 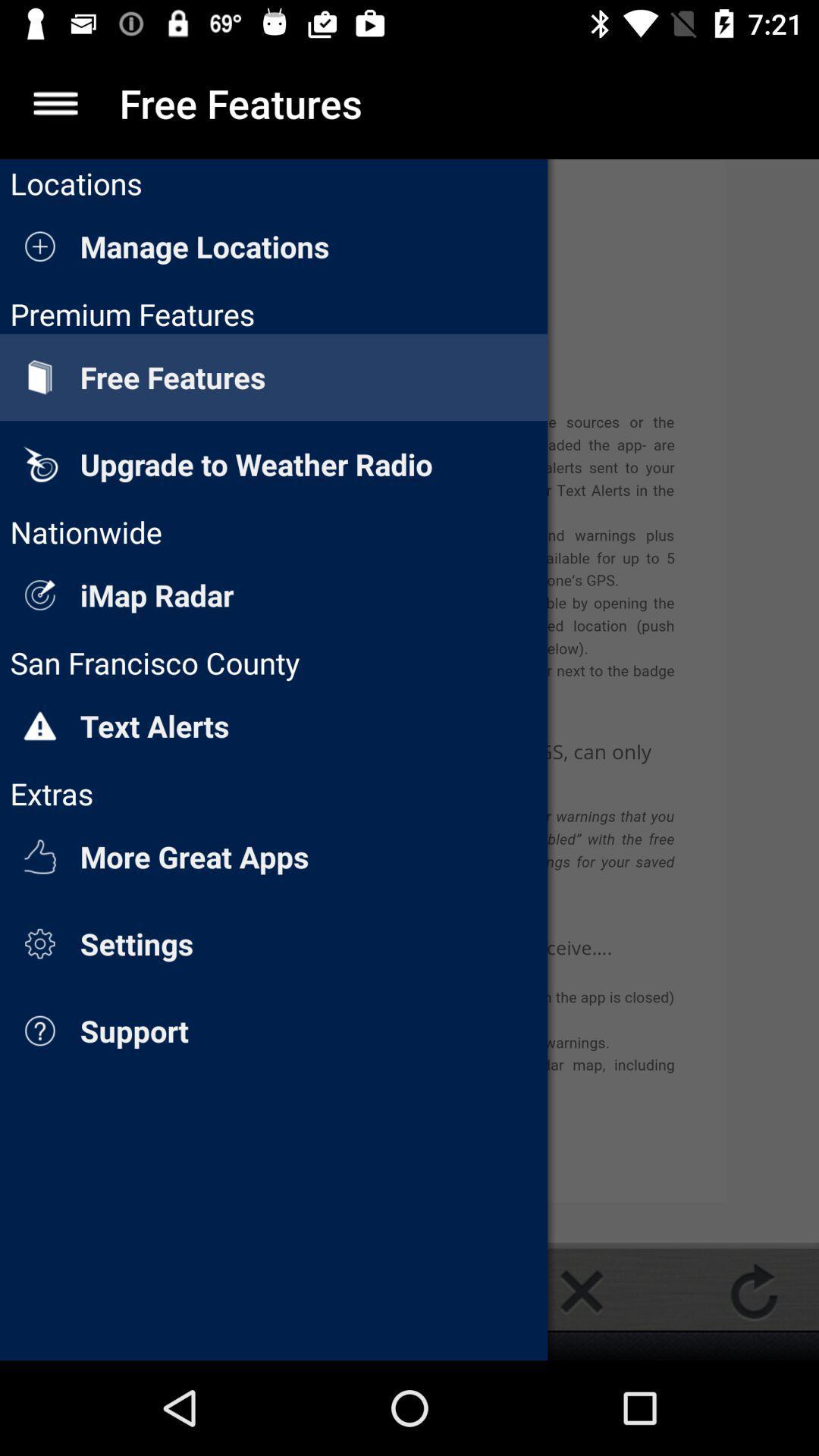 What do you see at coordinates (55, 102) in the screenshot?
I see `features` at bounding box center [55, 102].